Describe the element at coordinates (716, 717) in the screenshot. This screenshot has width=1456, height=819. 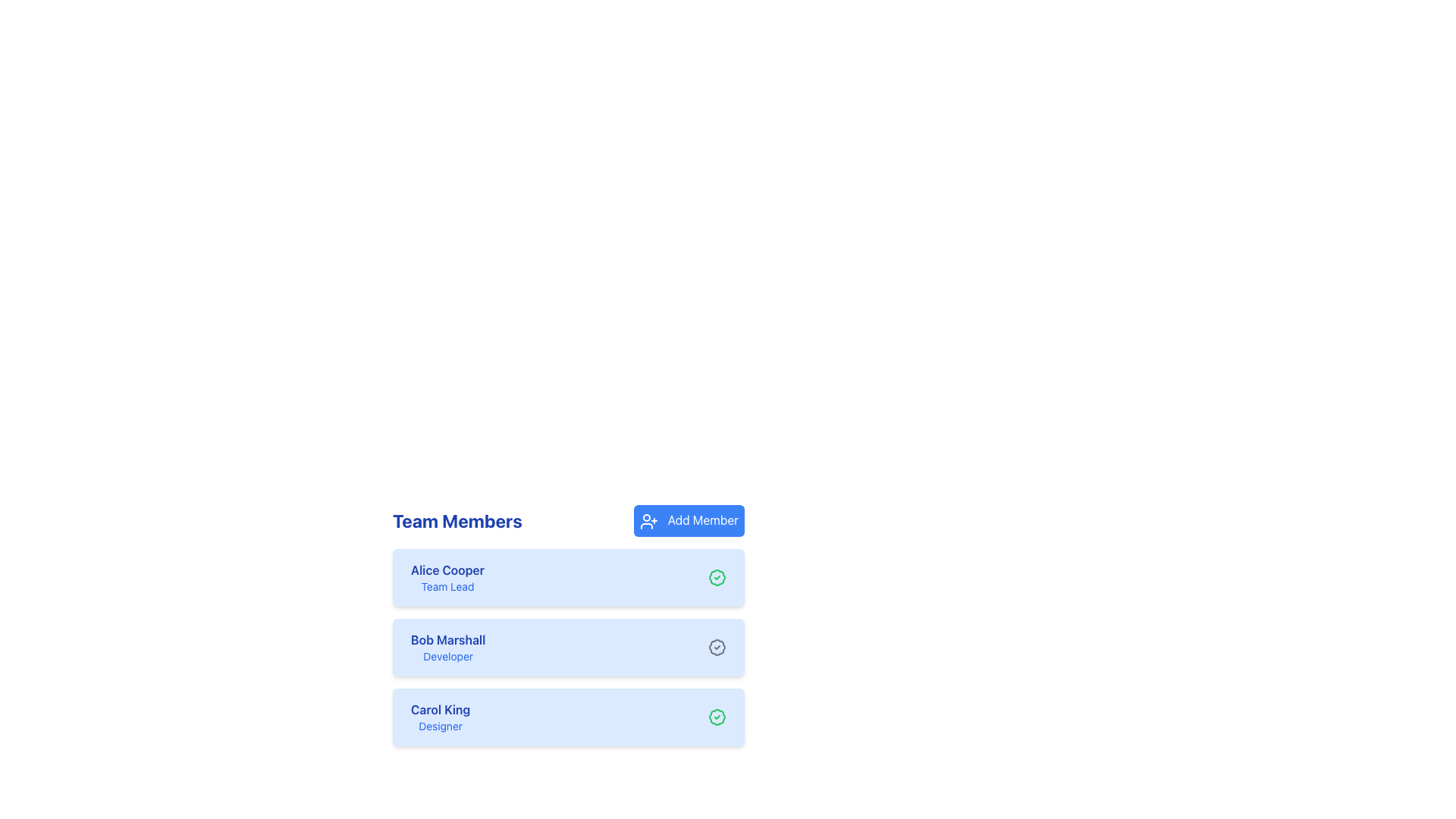
I see `the circular graphical icon with a checkmark within a green-bordered badge, located at the rightmost end of the row for 'Carol King, Designer' in the 'Team Members' section` at that location.